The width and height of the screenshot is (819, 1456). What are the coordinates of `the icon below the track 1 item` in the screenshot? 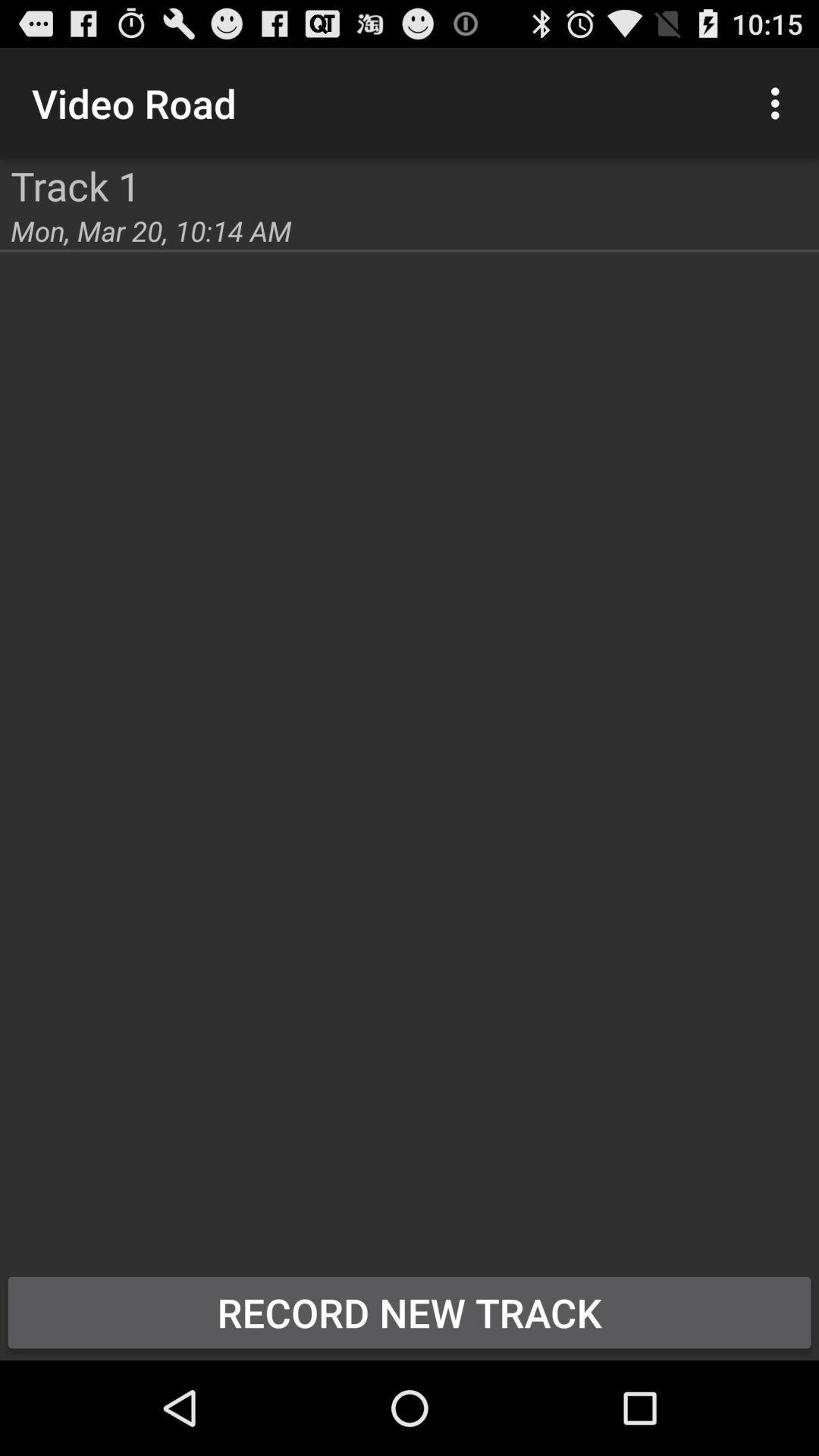 It's located at (151, 230).